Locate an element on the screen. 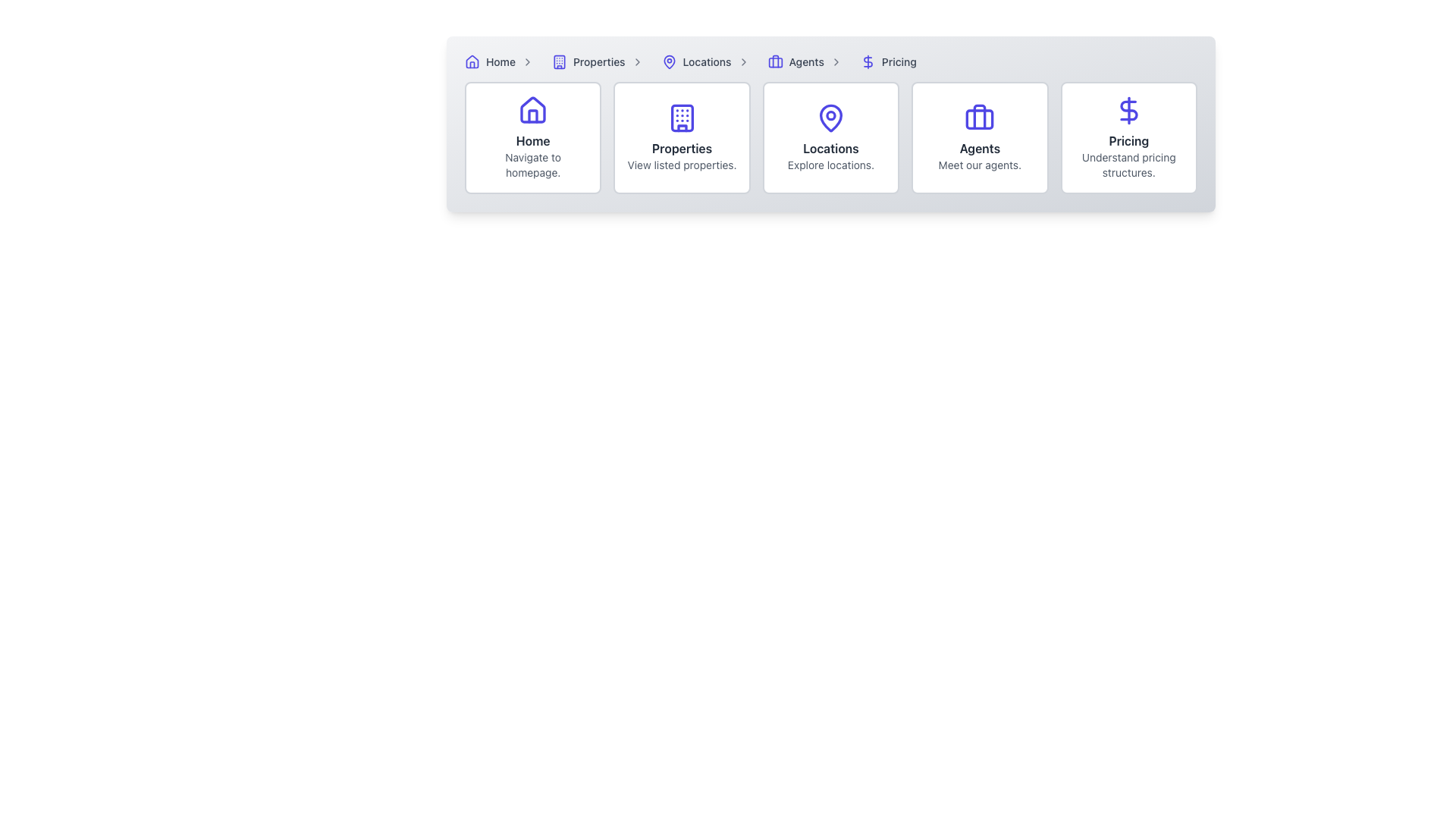 The height and width of the screenshot is (819, 1456). the fourth Clickable Card in the grid to trigger a visual effect is located at coordinates (980, 137).